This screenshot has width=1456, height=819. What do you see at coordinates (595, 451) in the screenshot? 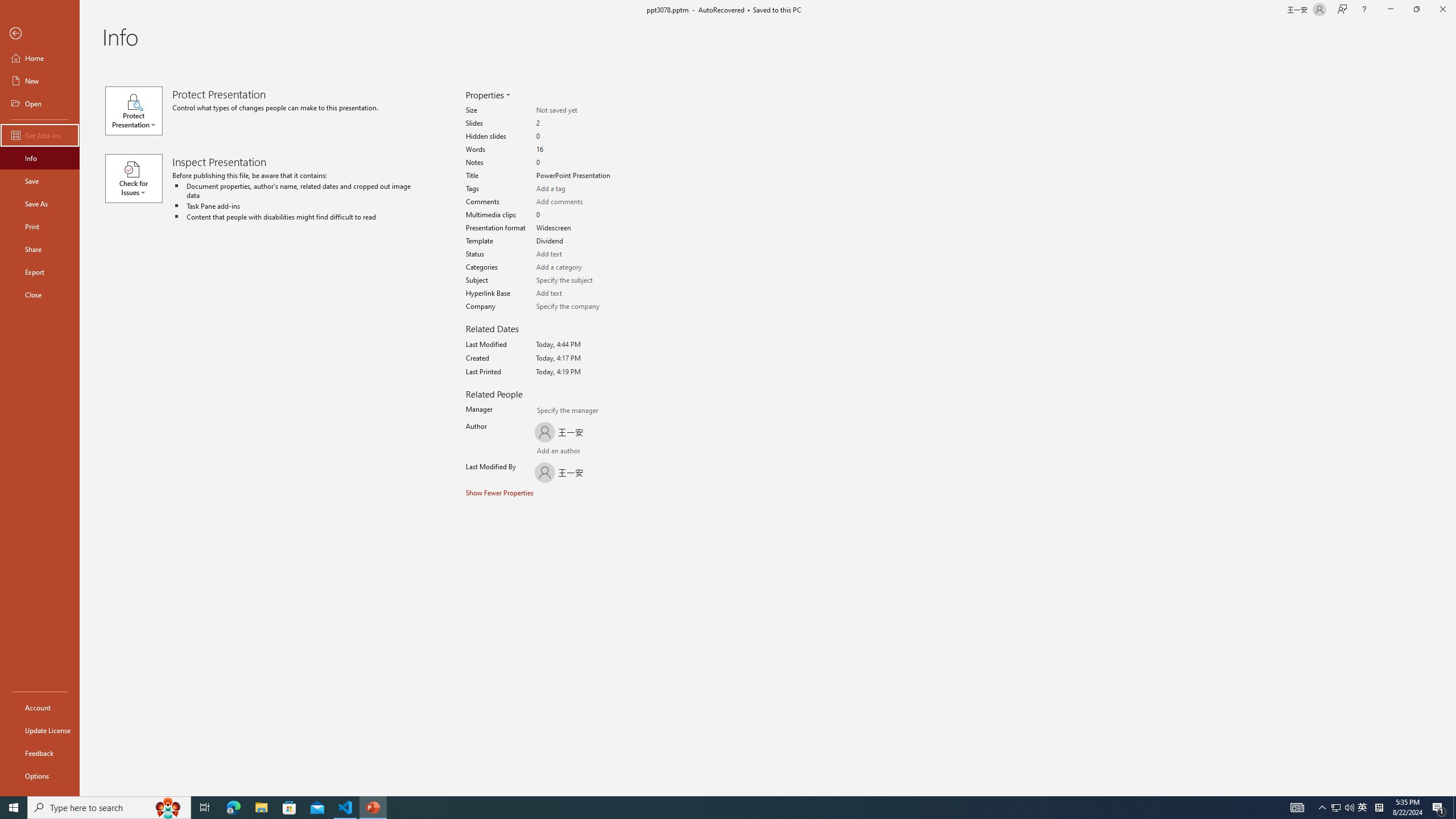
I see `'Browse Address Book'` at bounding box center [595, 451].